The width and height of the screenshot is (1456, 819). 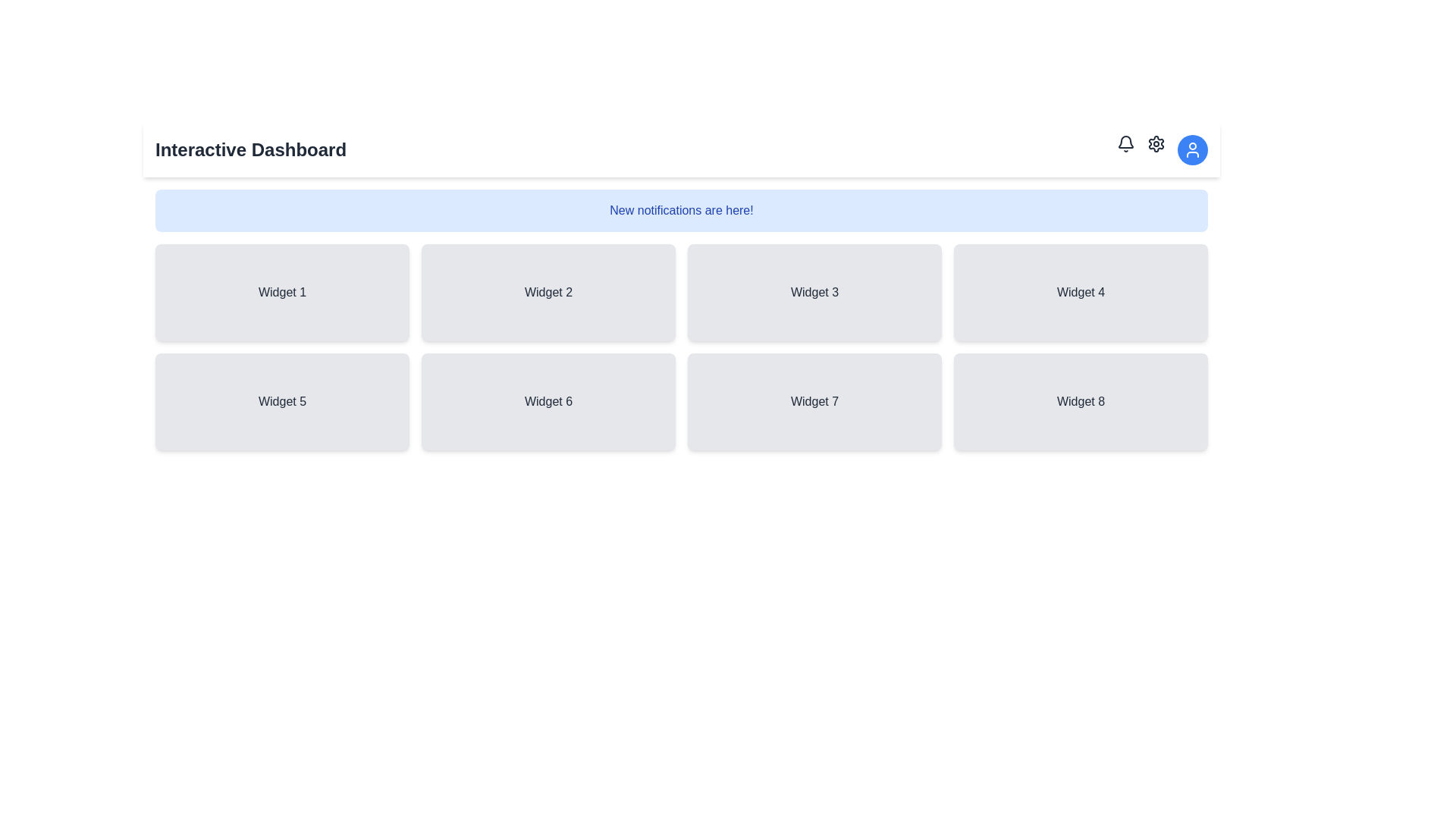 What do you see at coordinates (282, 400) in the screenshot?
I see `the Informational box widget labeled 'Widget 5', which is a rectangular element with a light gray background and rounded corners, located in the second row of the grid layout` at bounding box center [282, 400].